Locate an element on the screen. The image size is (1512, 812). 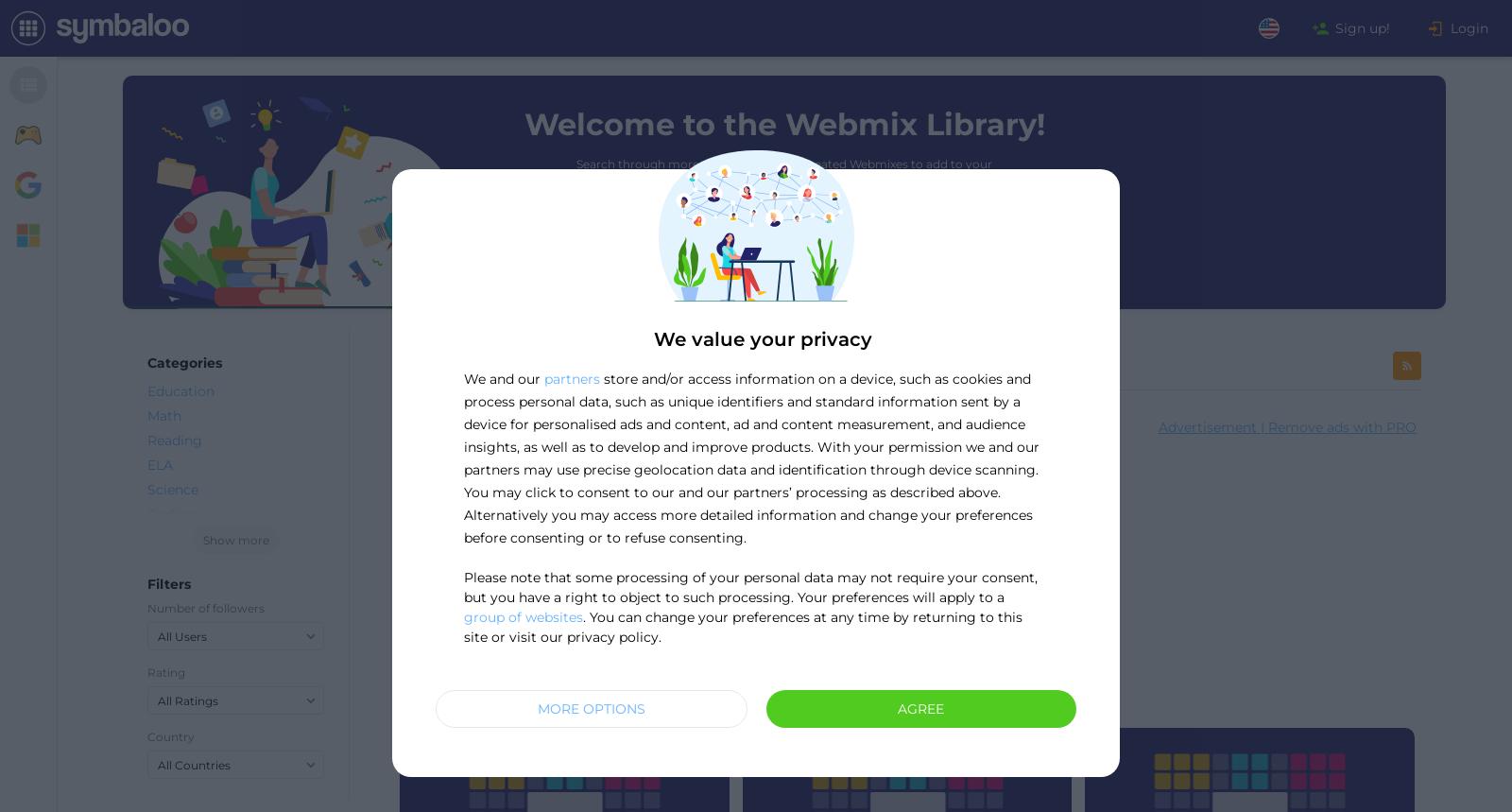
'AZTECH Finding Good Apps' is located at coordinates (881, 556).